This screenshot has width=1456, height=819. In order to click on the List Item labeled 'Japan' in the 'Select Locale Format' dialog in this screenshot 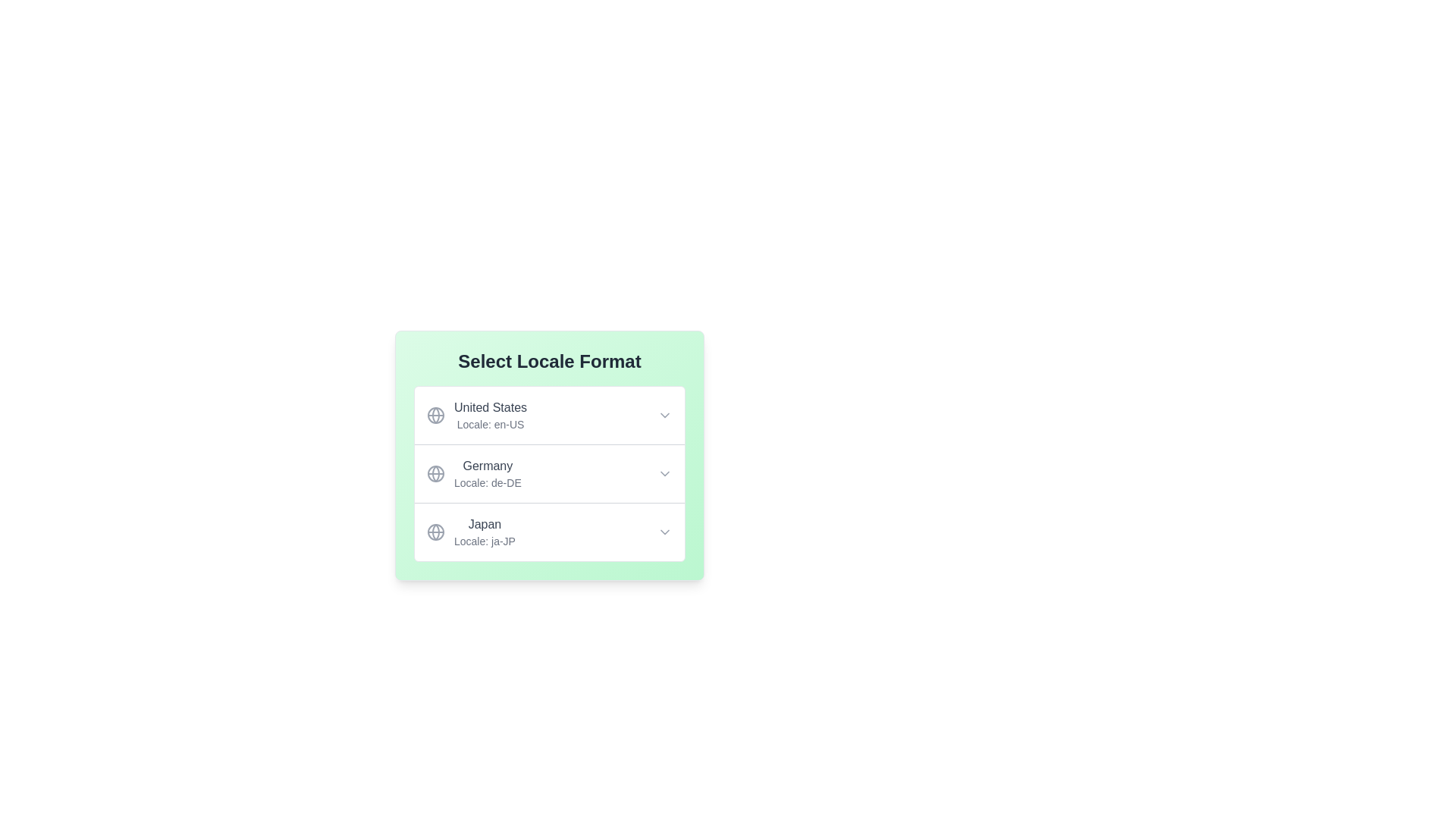, I will do `click(470, 532)`.